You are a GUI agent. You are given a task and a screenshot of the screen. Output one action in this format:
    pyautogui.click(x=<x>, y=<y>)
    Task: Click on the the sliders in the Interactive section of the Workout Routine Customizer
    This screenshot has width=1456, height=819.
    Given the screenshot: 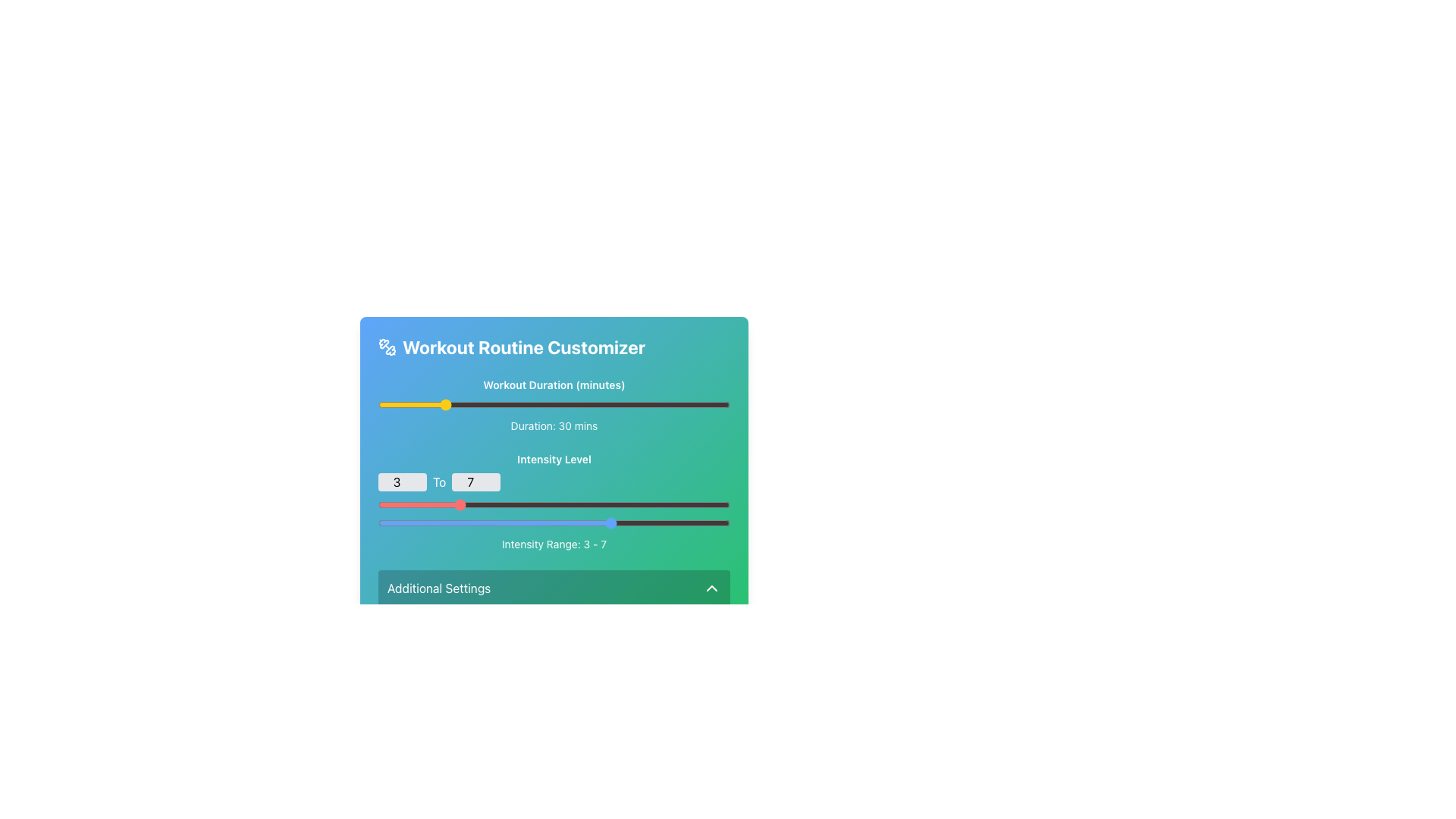 What is the action you would take?
    pyautogui.click(x=553, y=502)
    